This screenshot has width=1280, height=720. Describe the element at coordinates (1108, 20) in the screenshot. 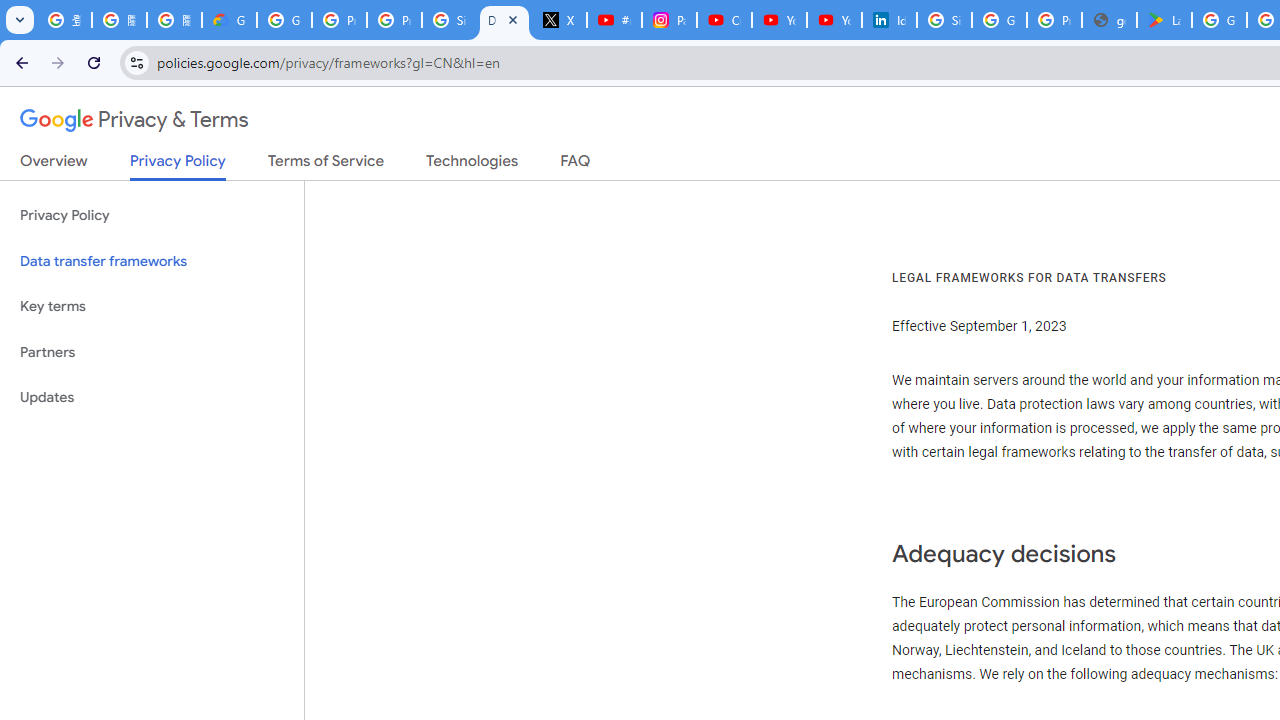

I see `'google_privacy_policy_en.pdf'` at that location.